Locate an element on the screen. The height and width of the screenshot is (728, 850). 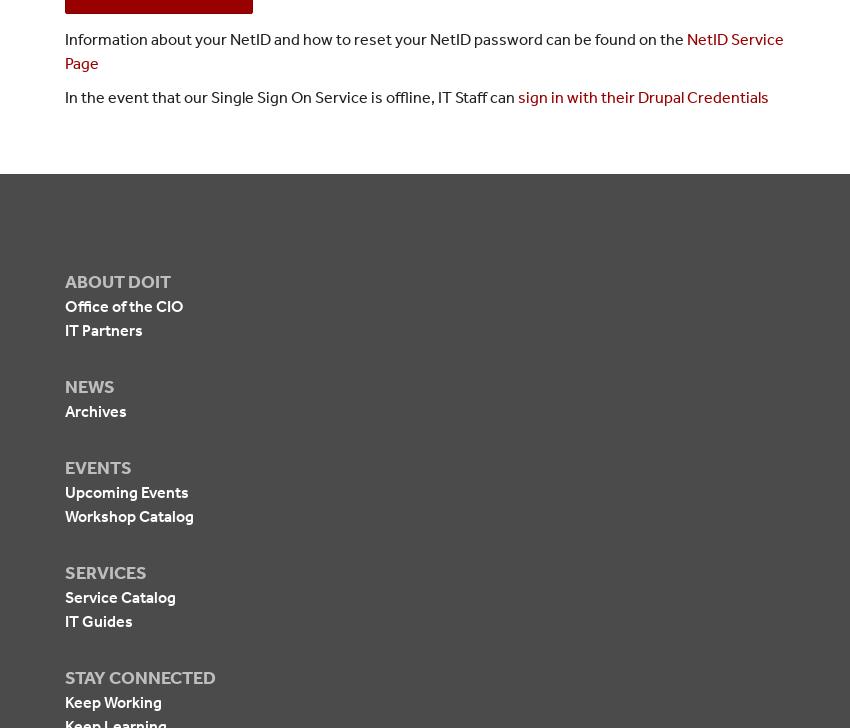
'Keep Working' is located at coordinates (112, 701).